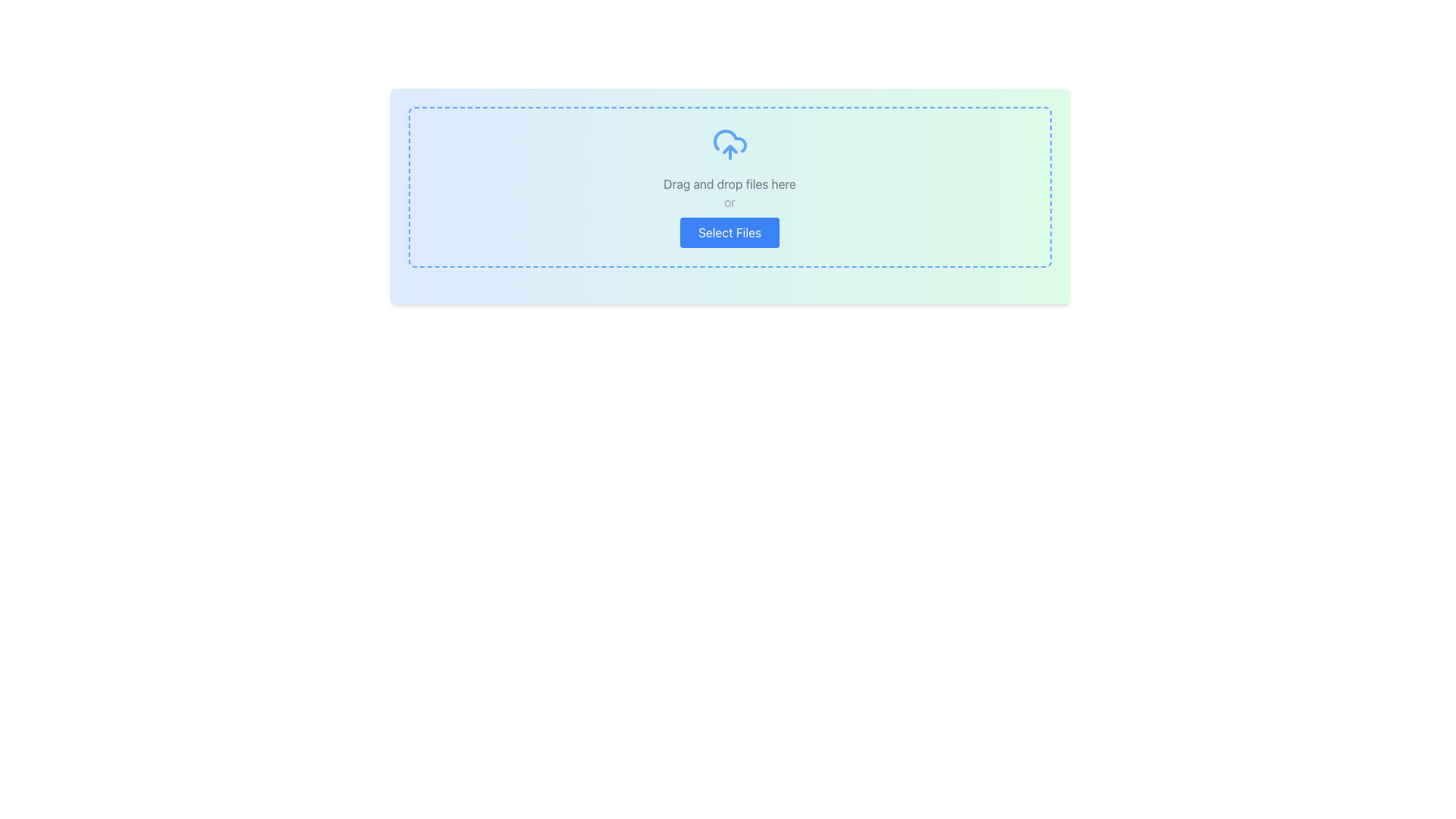  I want to click on the upward pointing arrow within the blue outlined cloud icon, which is located above the 'Drag and drop files here' text and the 'Select Files' button, so click(730, 149).